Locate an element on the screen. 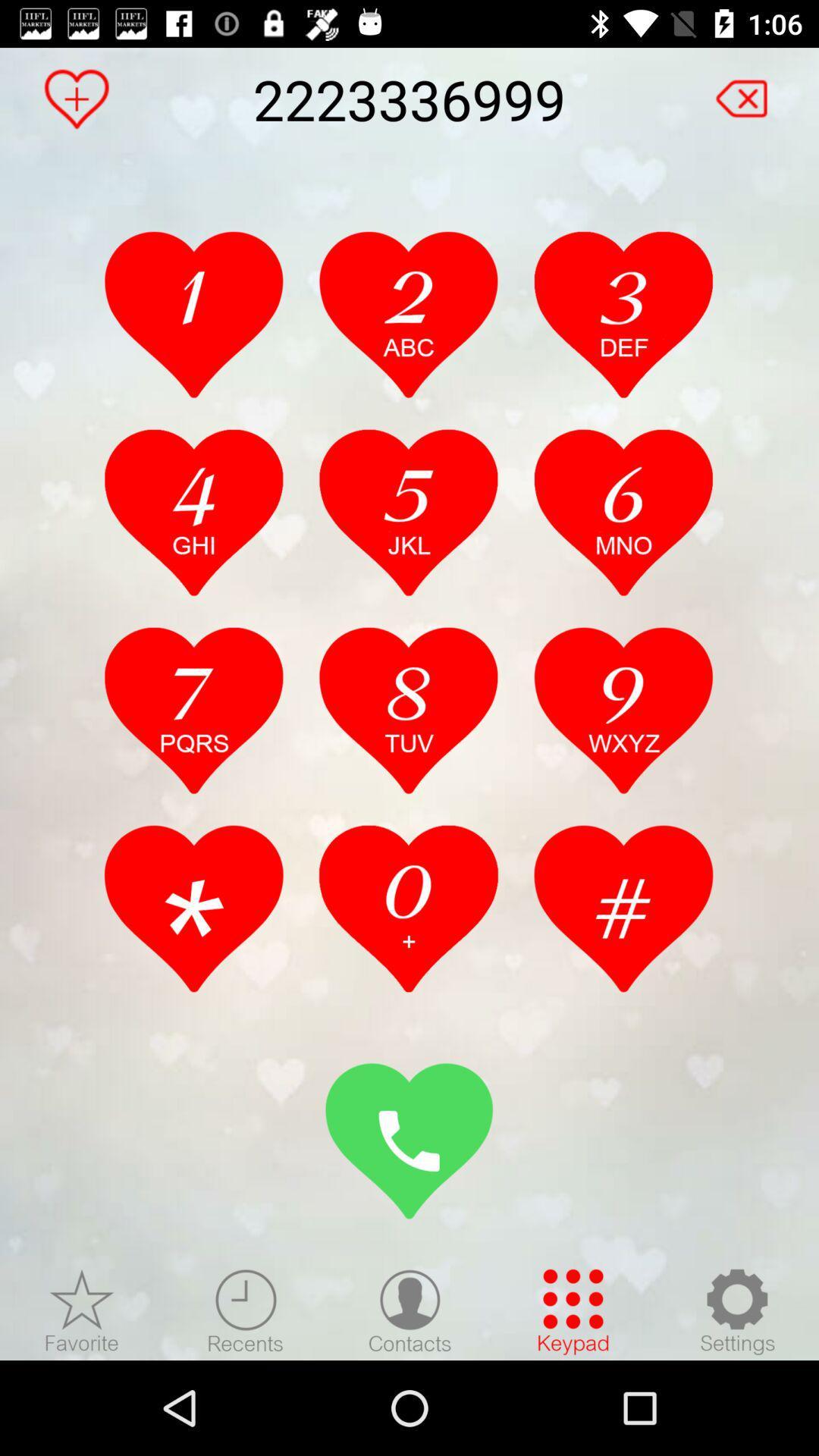 This screenshot has height=1456, width=819. the star icon is located at coordinates (82, 1310).